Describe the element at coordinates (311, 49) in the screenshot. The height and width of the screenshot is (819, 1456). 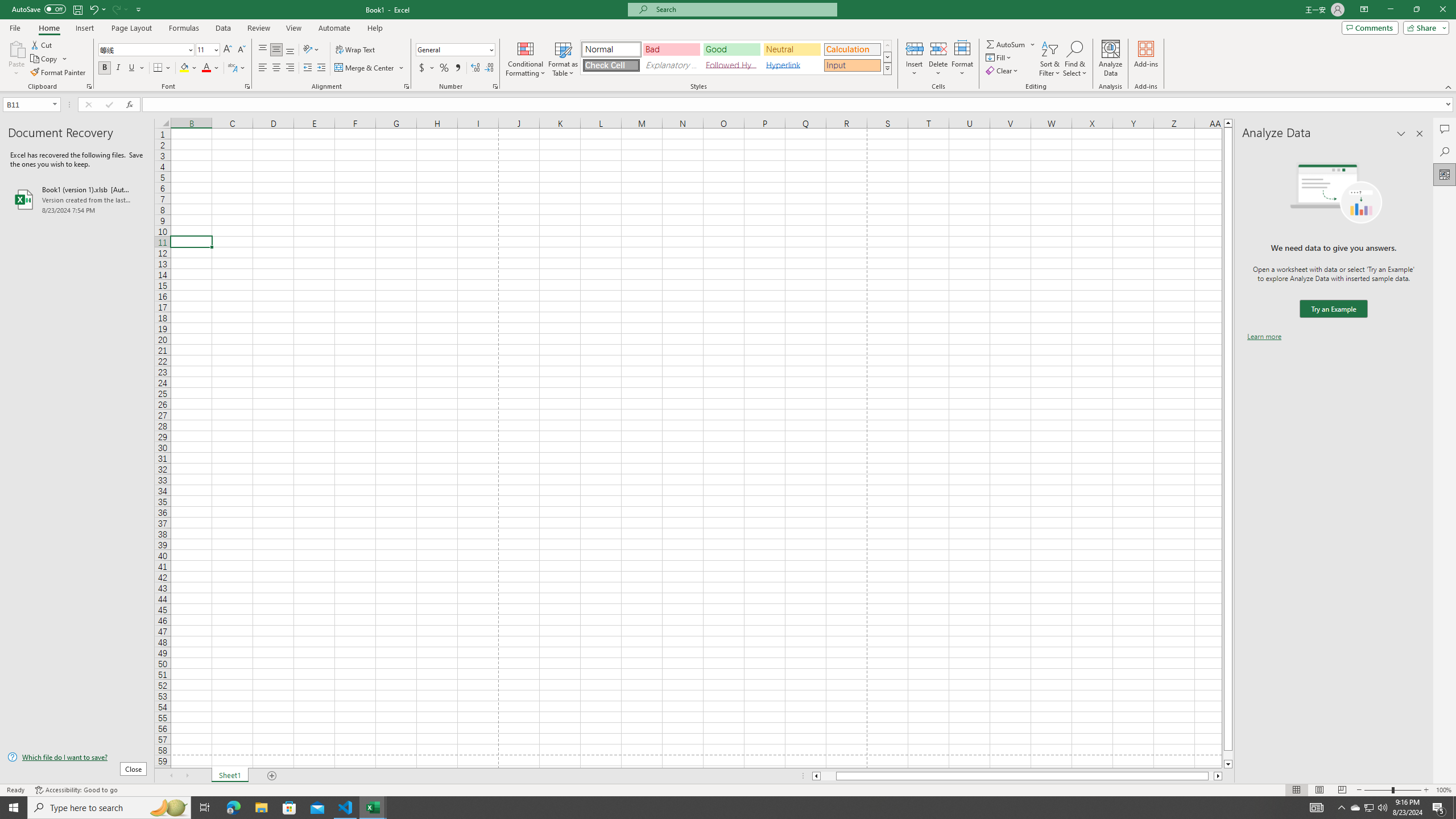
I see `'Orientation'` at that location.